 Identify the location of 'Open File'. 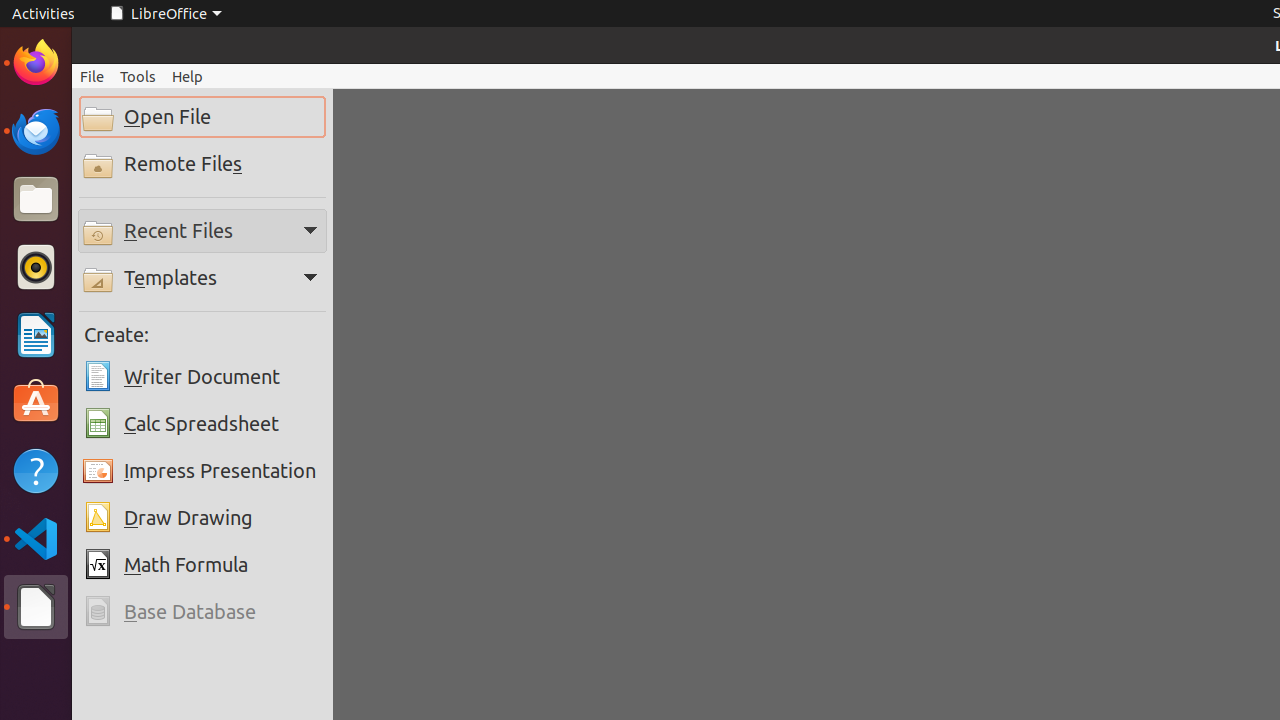
(202, 117).